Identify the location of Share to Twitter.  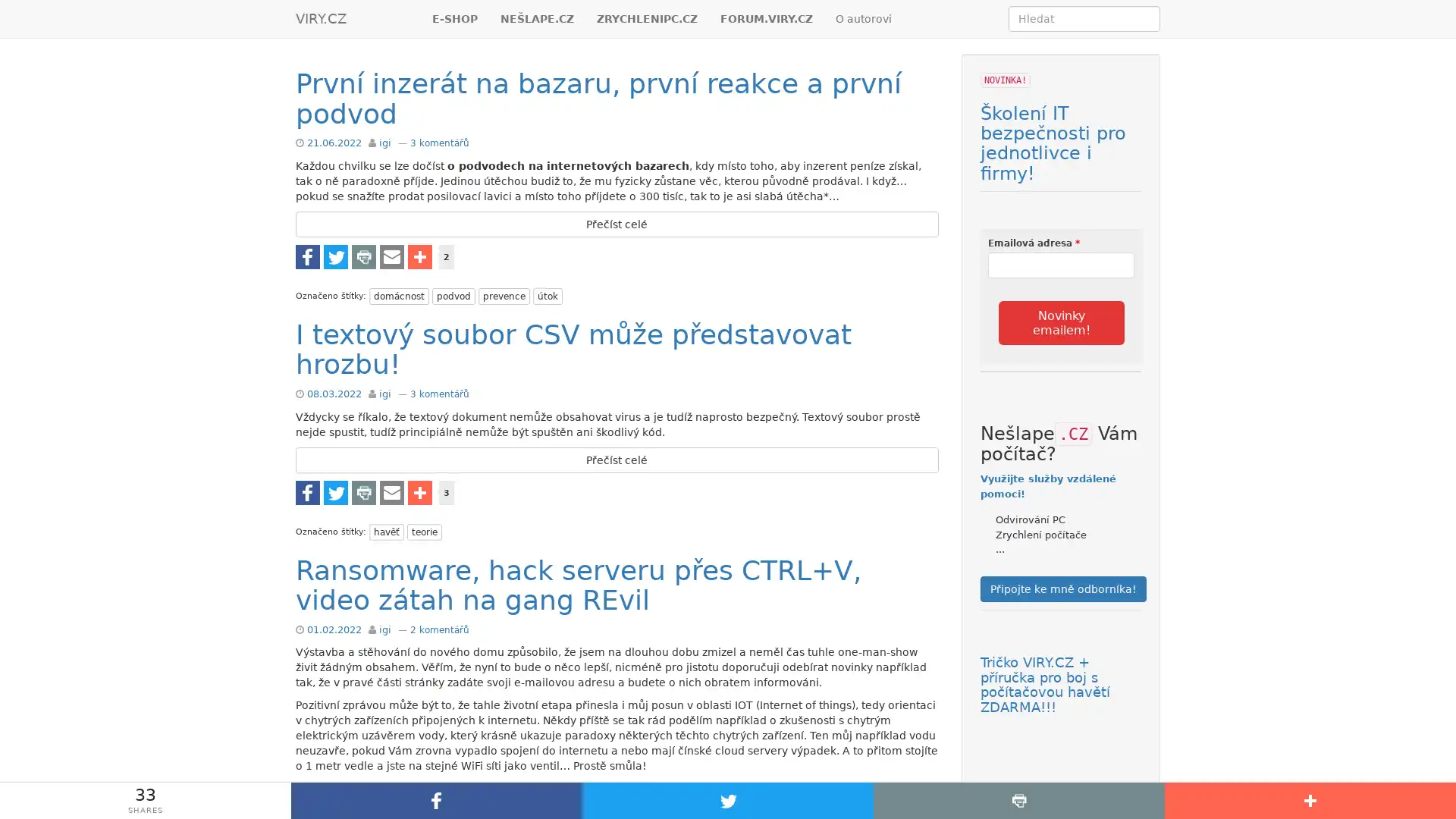
(334, 491).